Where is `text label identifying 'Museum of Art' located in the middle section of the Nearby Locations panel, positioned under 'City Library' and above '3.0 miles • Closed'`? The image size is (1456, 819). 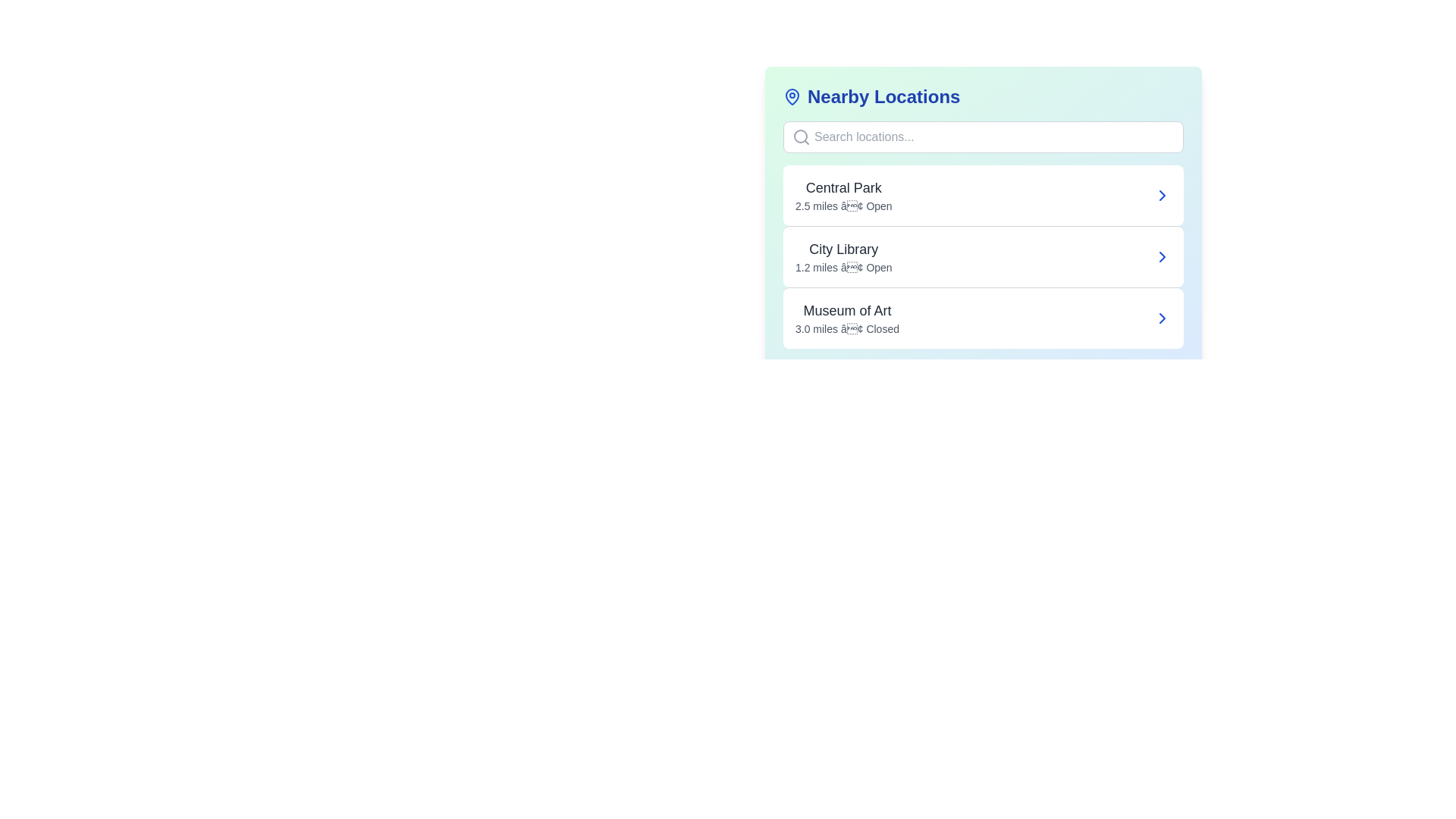 text label identifying 'Museum of Art' located in the middle section of the Nearby Locations panel, positioned under 'City Library' and above '3.0 miles • Closed' is located at coordinates (846, 309).